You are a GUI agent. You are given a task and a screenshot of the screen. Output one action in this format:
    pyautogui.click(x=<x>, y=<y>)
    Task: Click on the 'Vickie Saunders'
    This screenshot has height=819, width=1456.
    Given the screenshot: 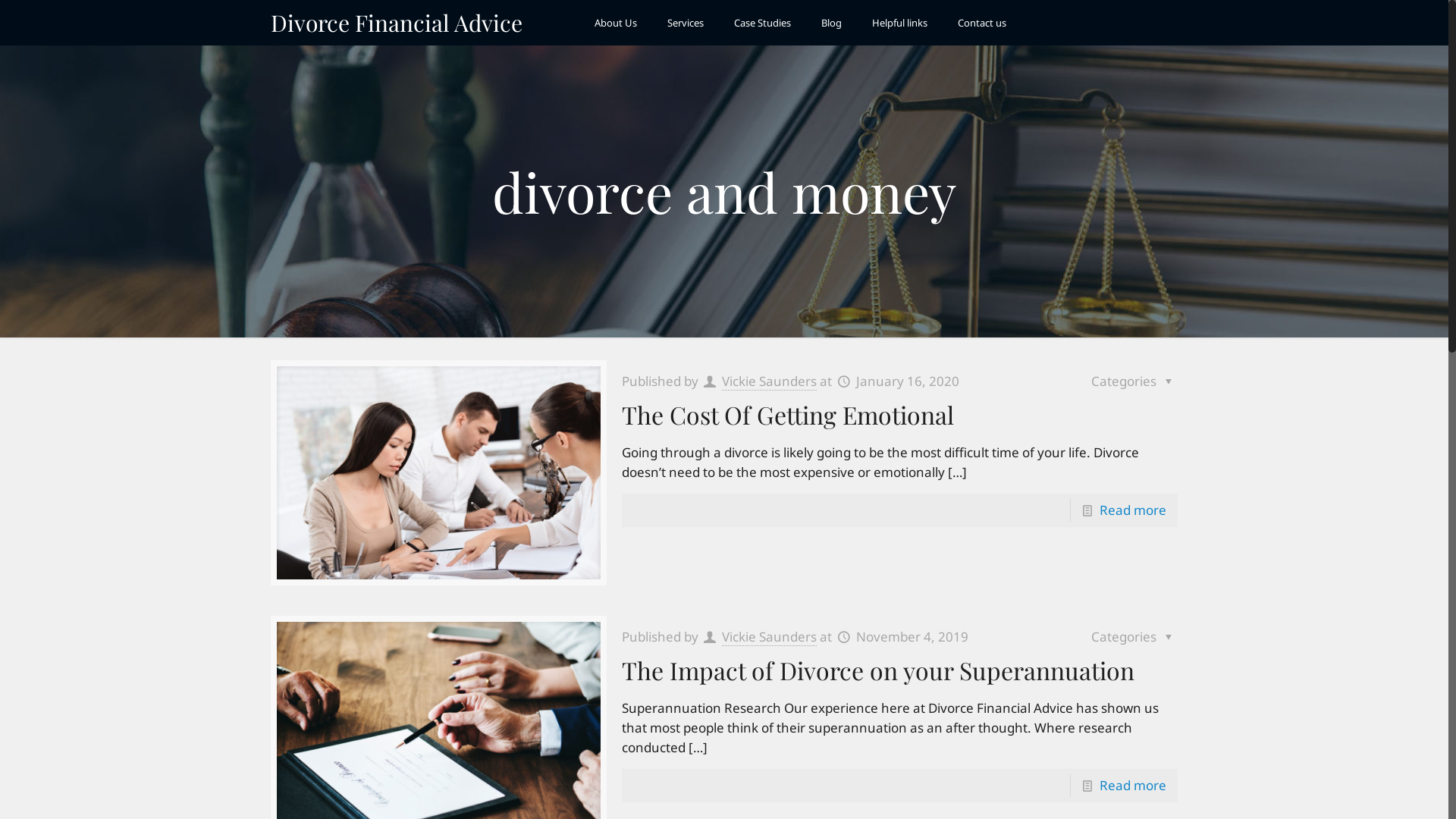 What is the action you would take?
    pyautogui.click(x=769, y=637)
    